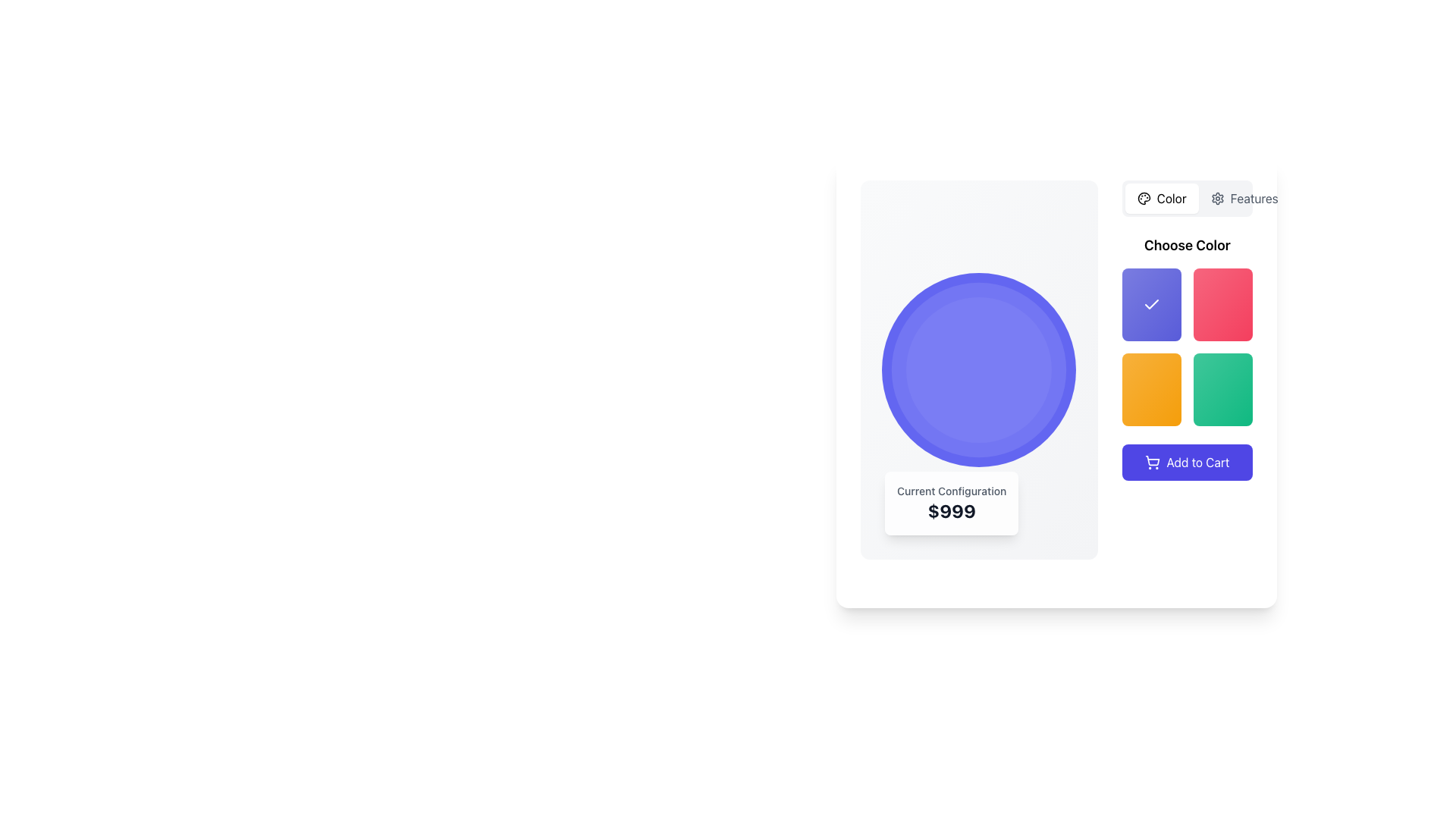  I want to click on the rectangular gradient indigo button with a white checkmark icon located in the top-left corner of the grid layout, so click(1151, 304).